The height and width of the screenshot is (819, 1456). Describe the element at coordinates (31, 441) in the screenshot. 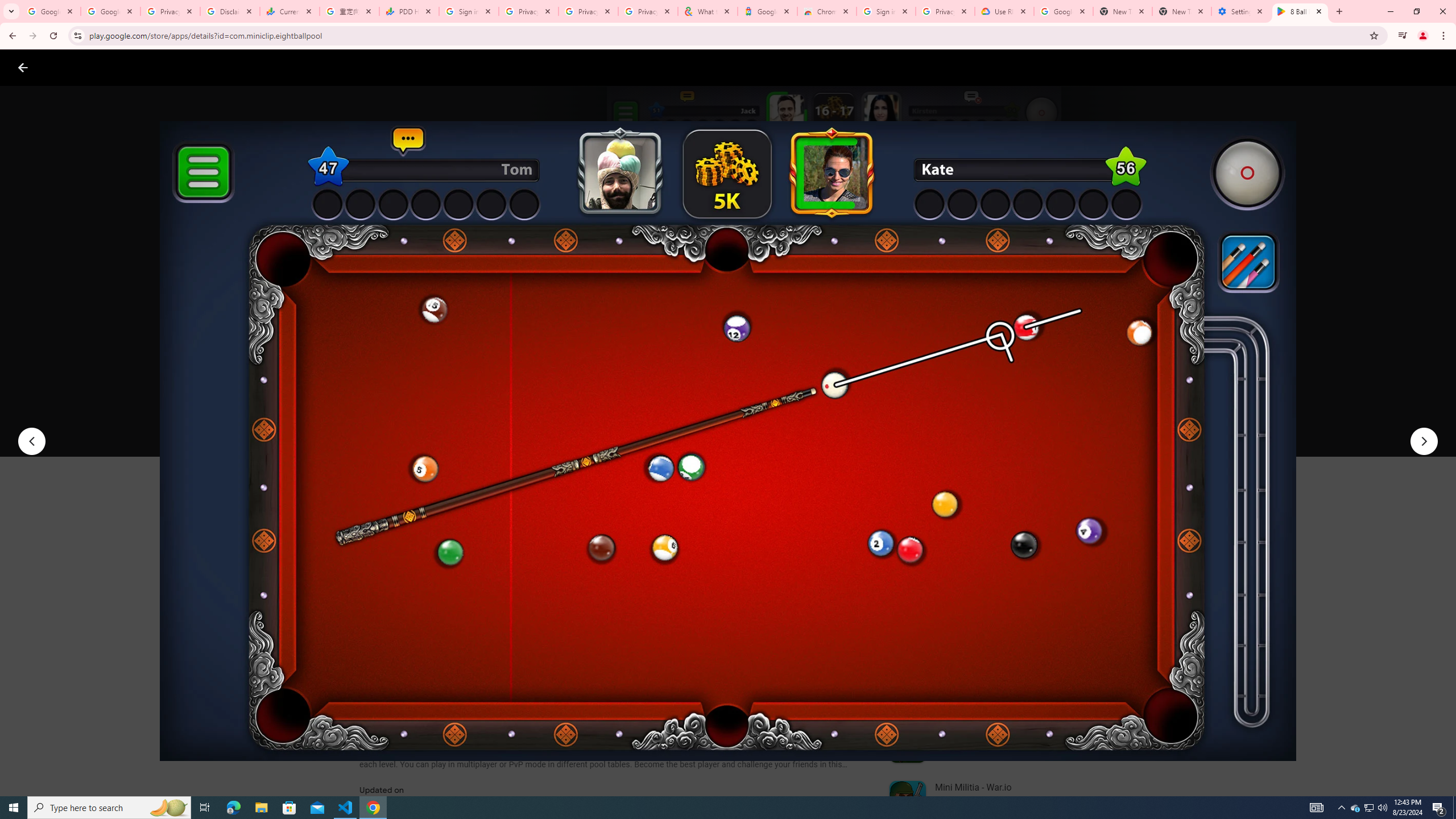

I see `'Previous'` at that location.